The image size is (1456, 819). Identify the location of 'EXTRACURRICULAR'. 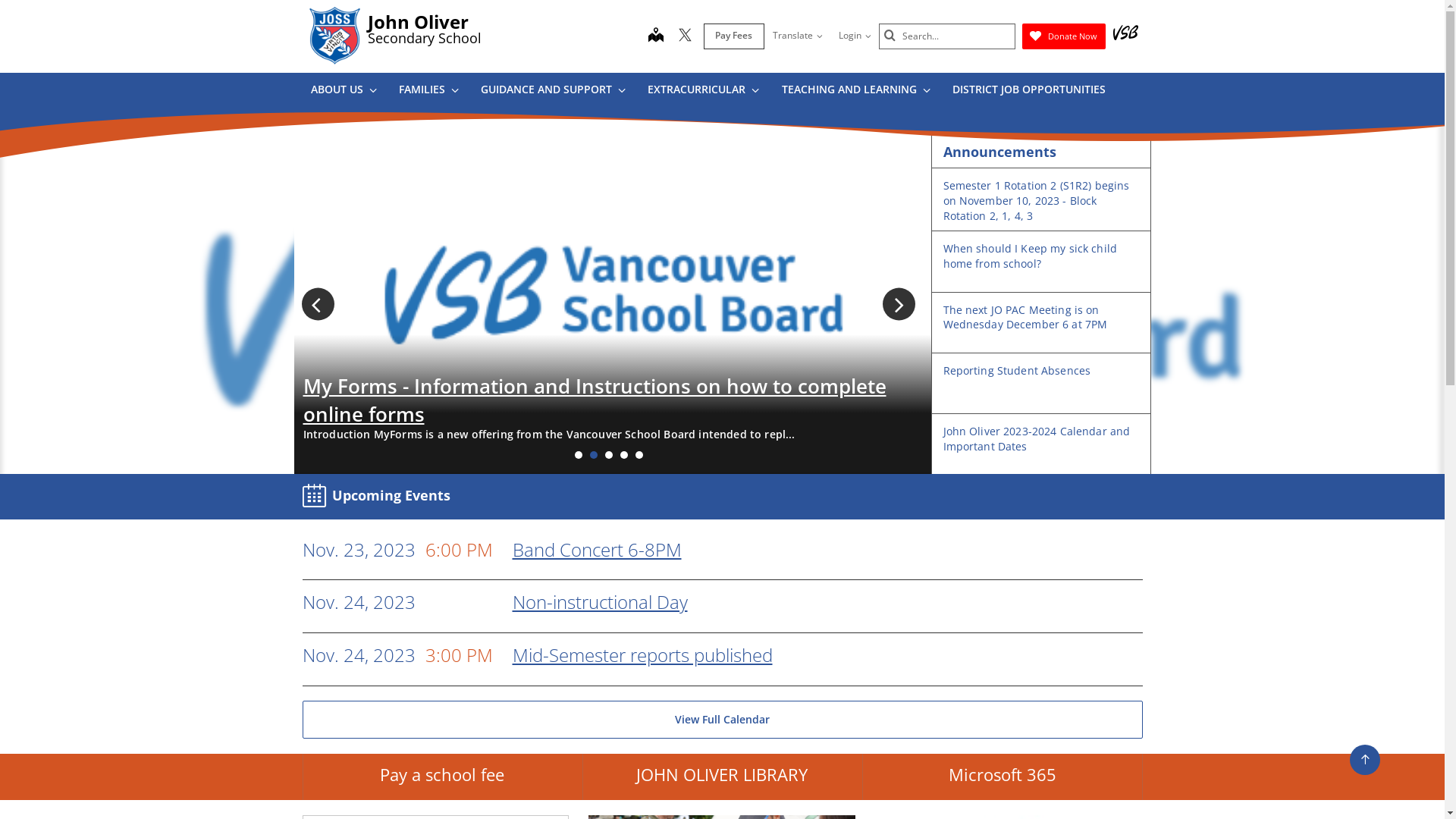
(701, 92).